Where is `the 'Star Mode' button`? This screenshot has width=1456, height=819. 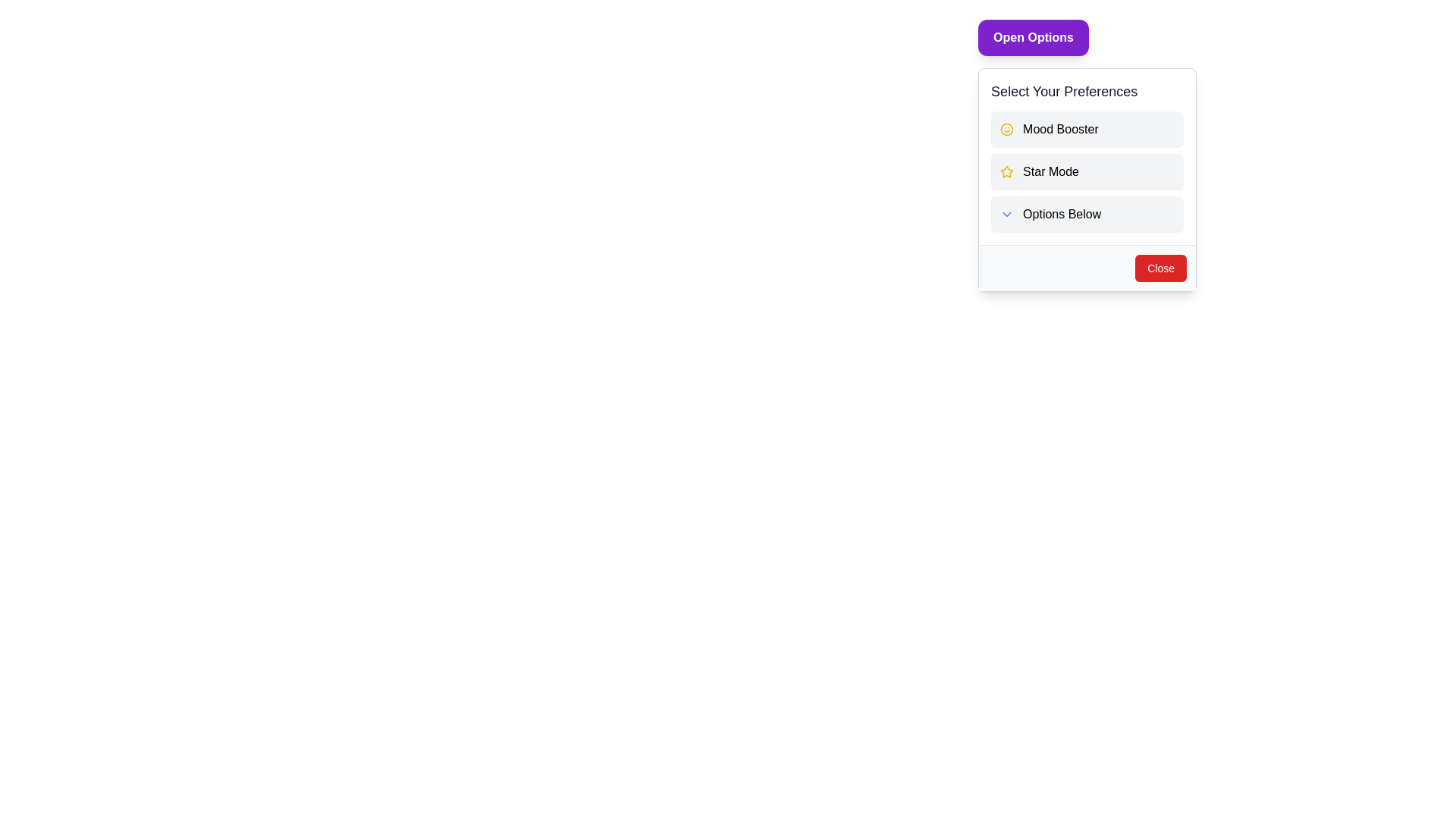 the 'Star Mode' button is located at coordinates (1087, 179).